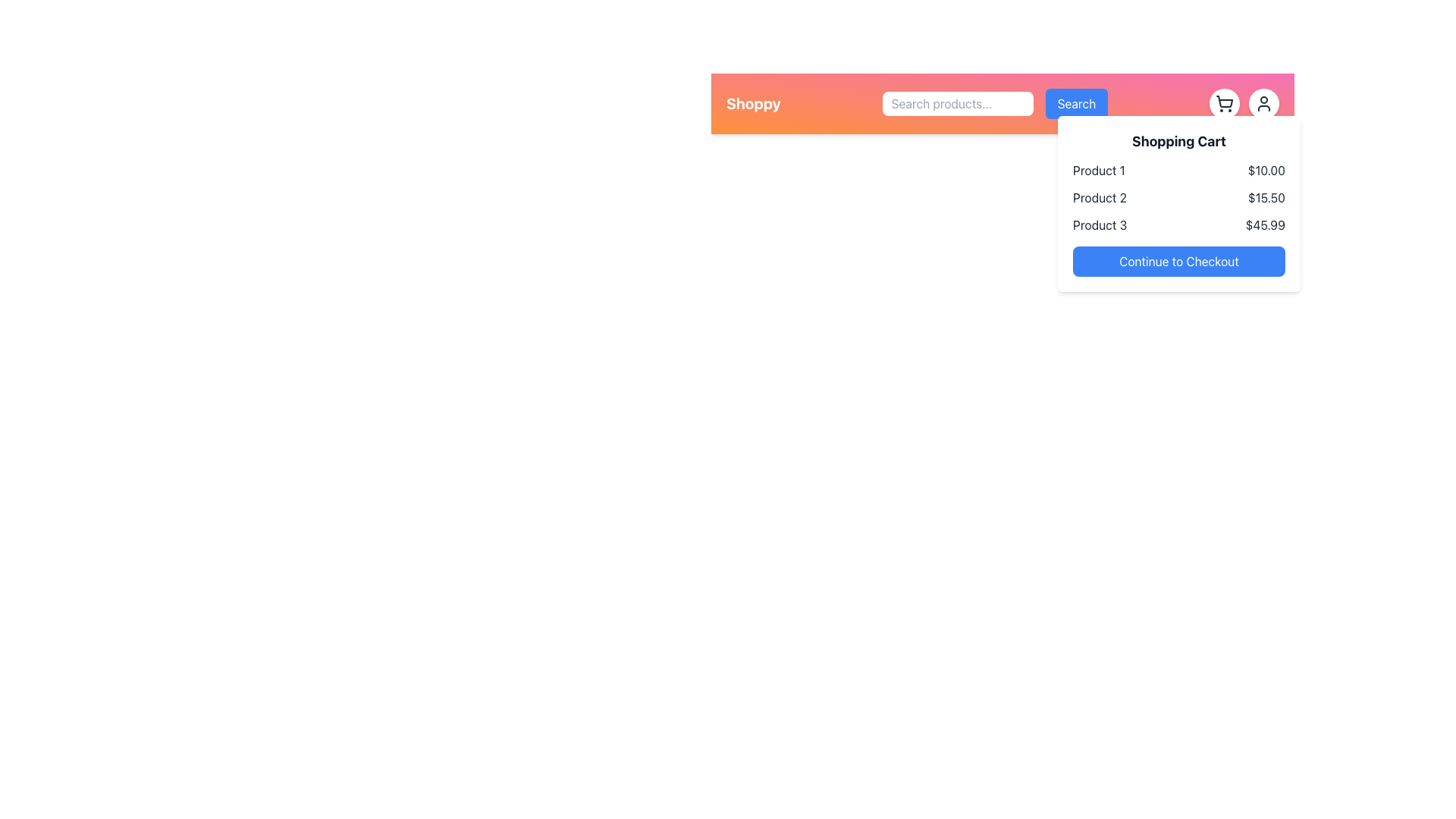  Describe the element at coordinates (1178, 141) in the screenshot. I see `bold text 'Shopping Cart' located at the top of the shopping cart dropdown interface, which is styled in a large font size and dark gray color` at that location.